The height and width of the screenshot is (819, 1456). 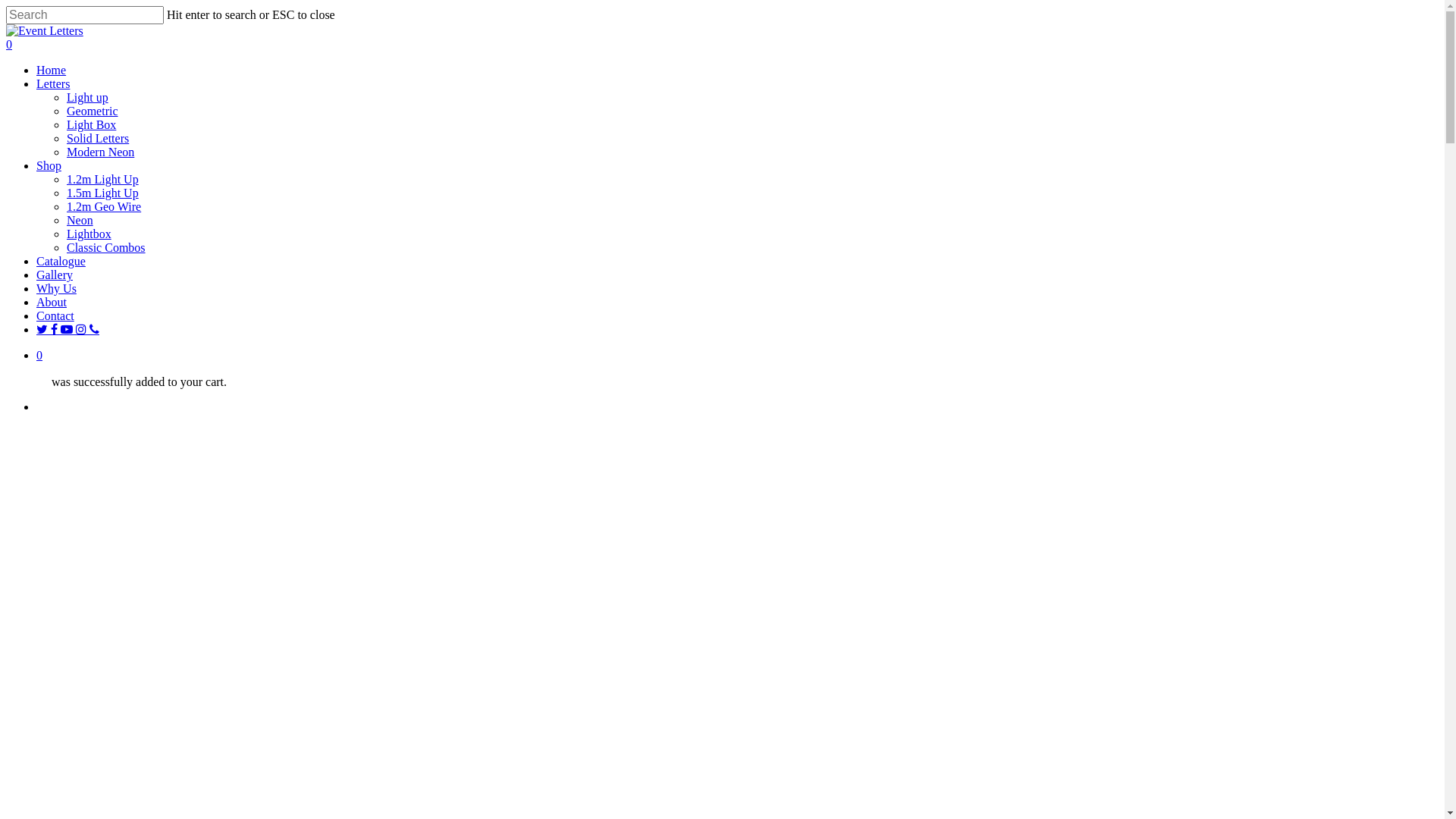 I want to click on 'Solid Letters', so click(x=97, y=138).